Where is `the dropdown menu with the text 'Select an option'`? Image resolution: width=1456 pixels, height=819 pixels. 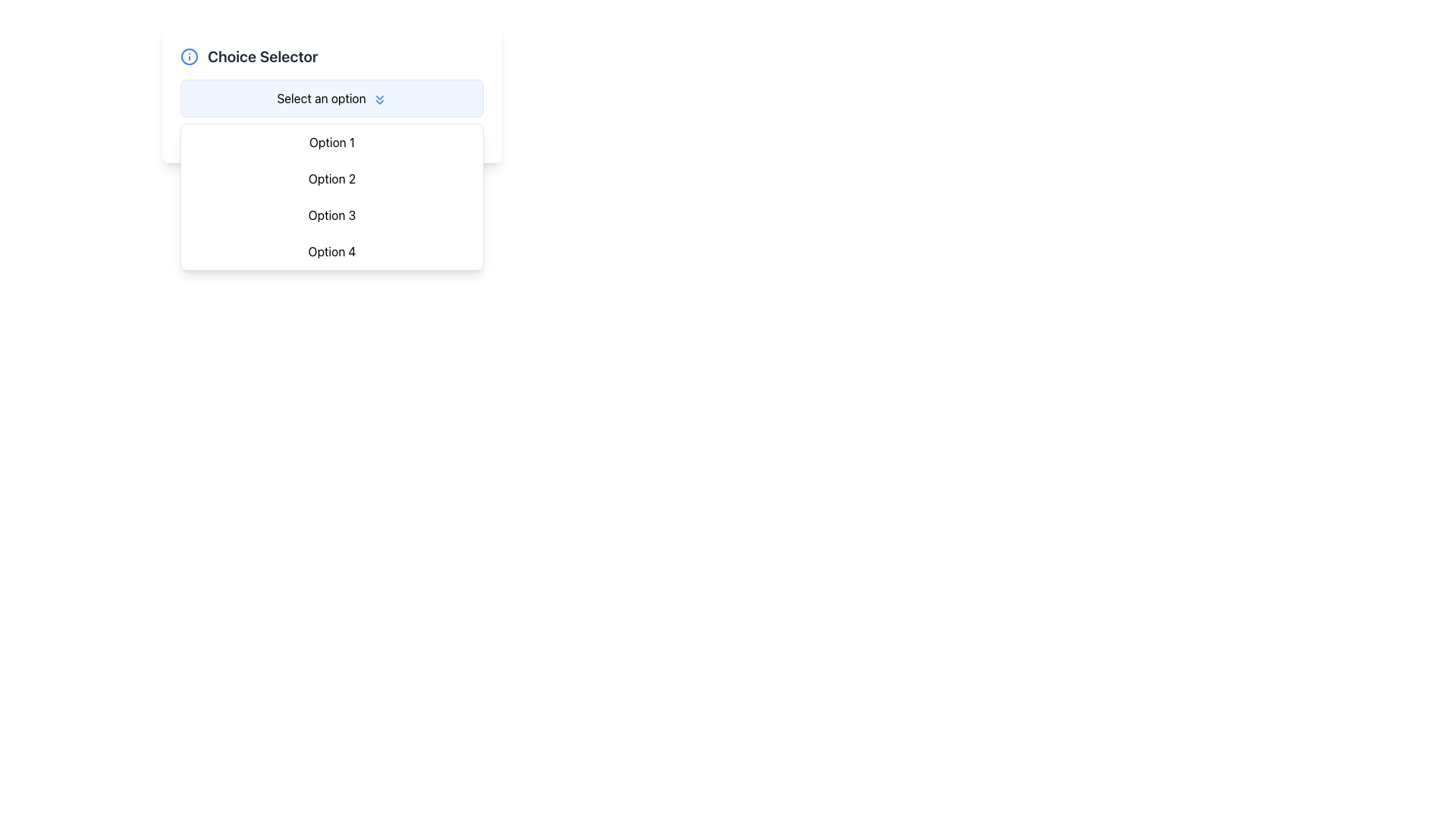
the dropdown menu with the text 'Select an option' is located at coordinates (331, 99).